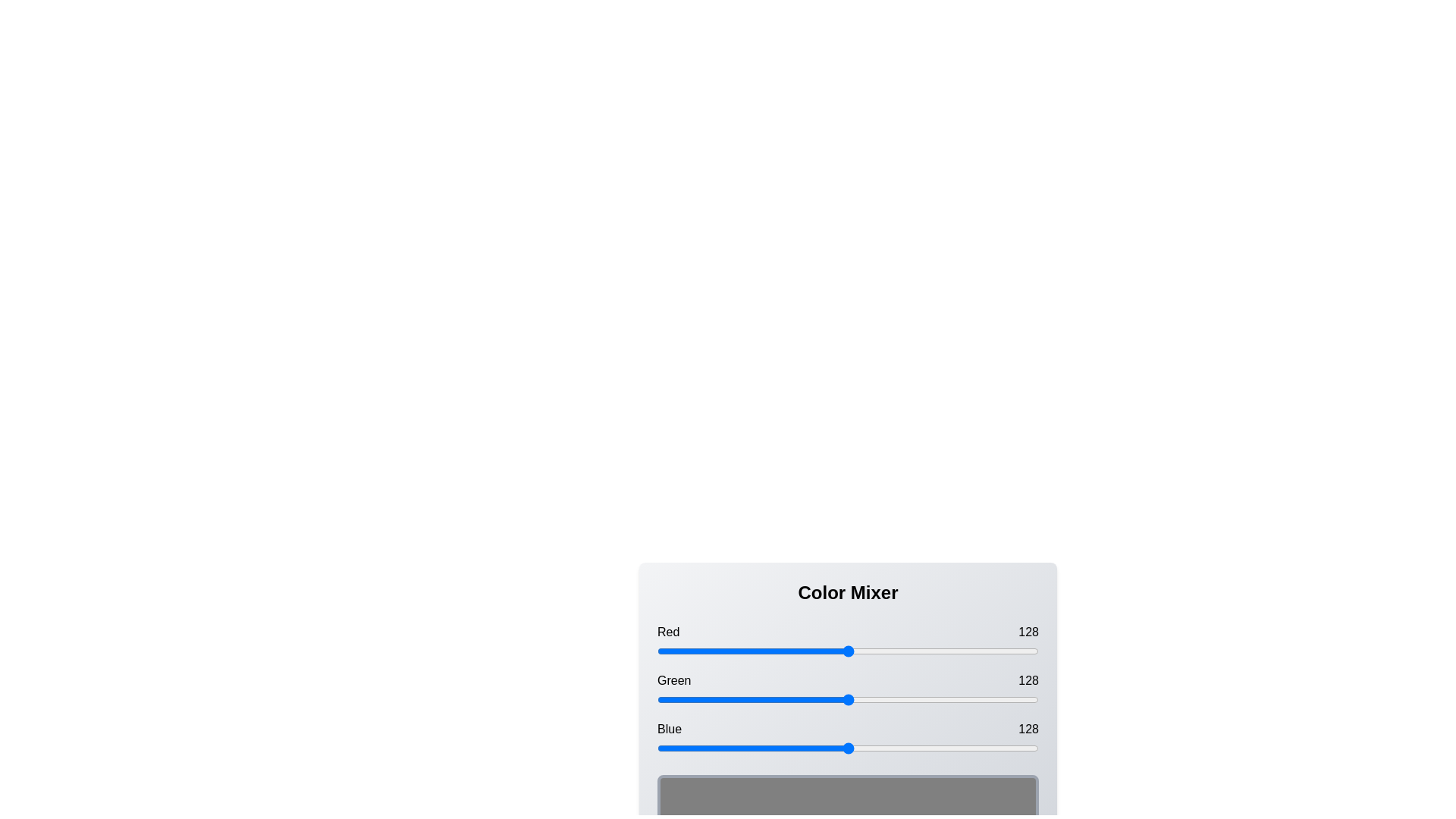 The height and width of the screenshot is (819, 1456). What do you see at coordinates (847, 804) in the screenshot?
I see `the color preview box to observe the resultant color` at bounding box center [847, 804].